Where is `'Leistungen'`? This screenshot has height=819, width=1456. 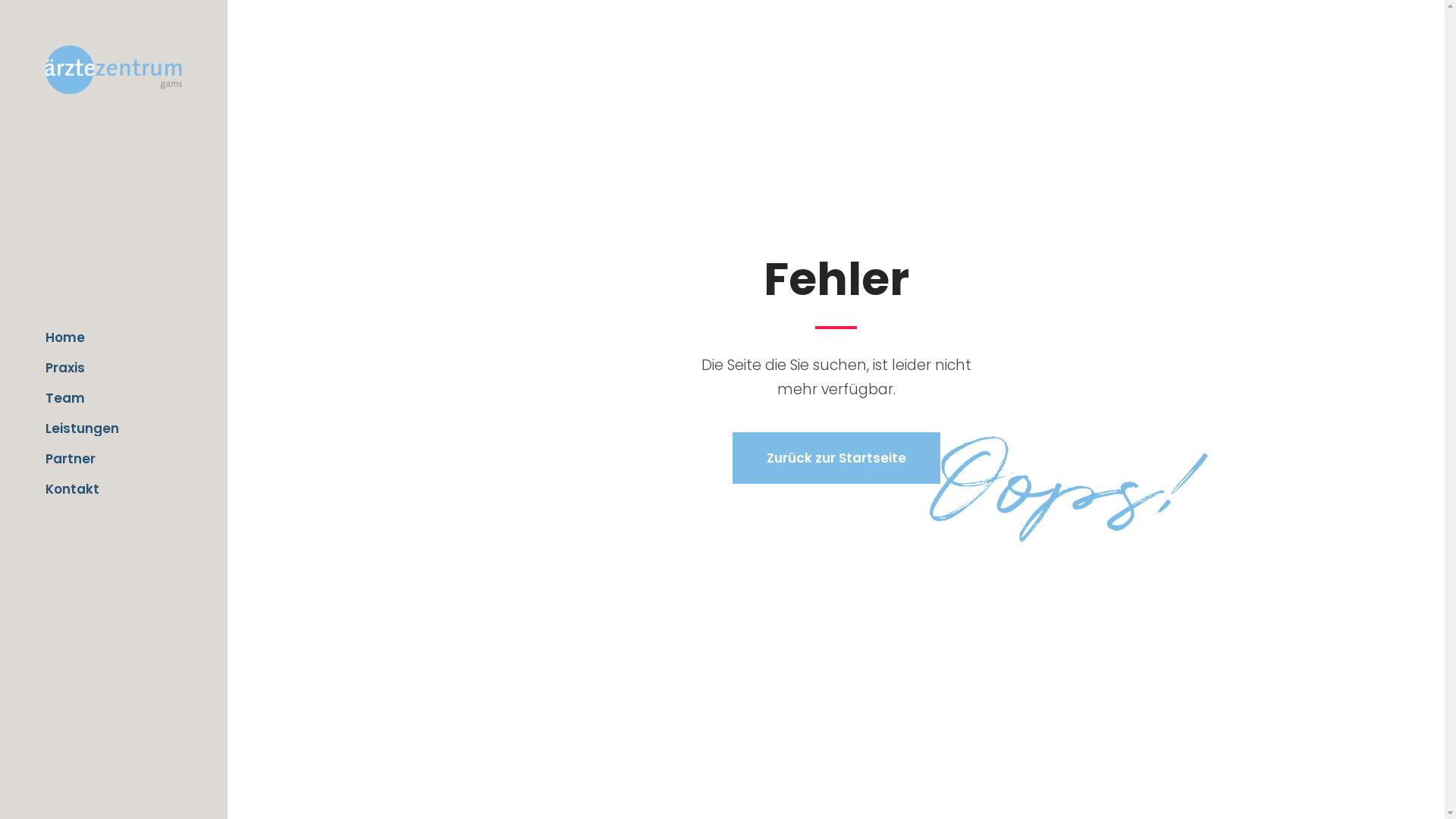
'Leistungen' is located at coordinates (112, 428).